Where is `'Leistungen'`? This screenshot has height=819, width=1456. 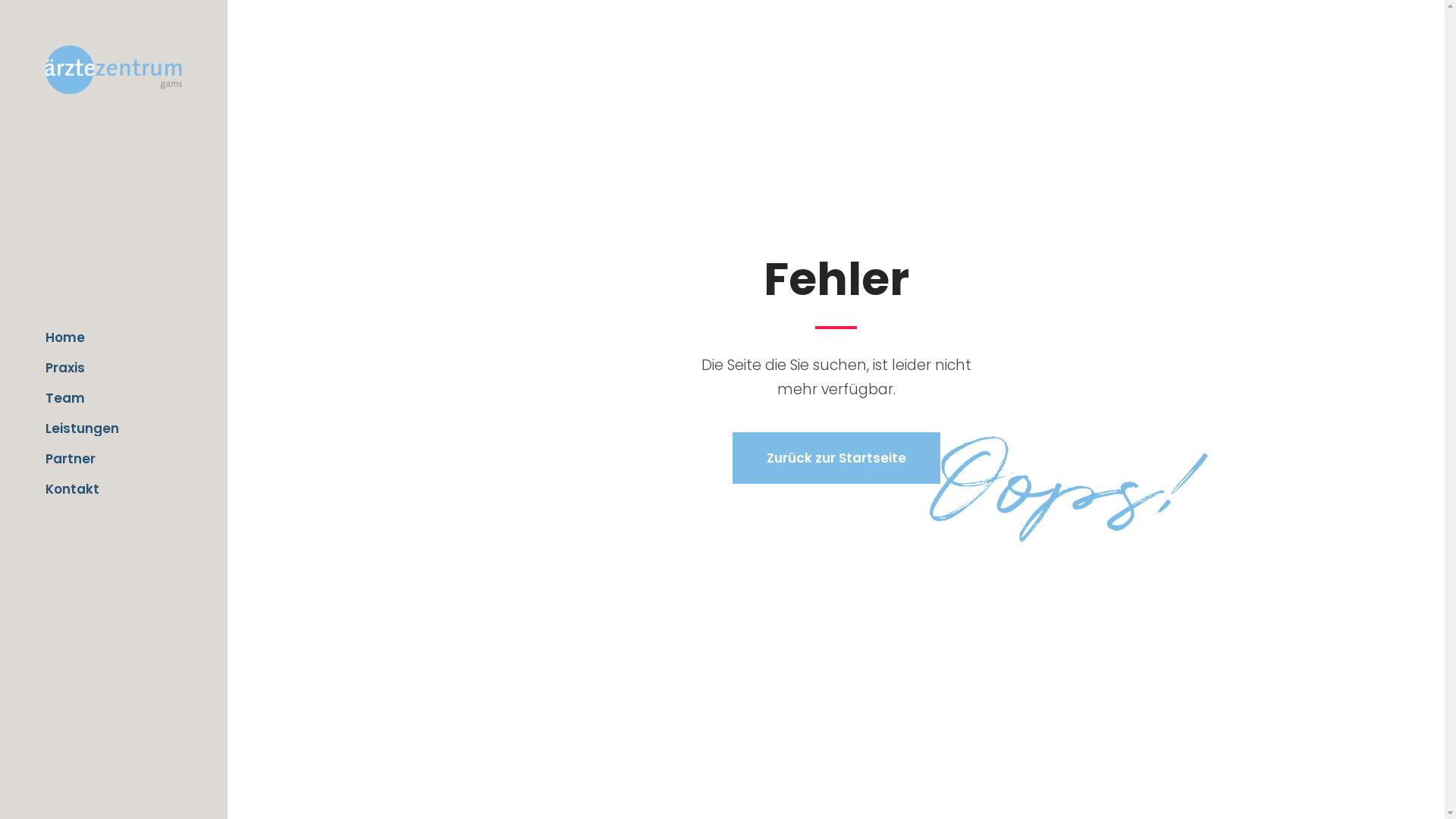
'Leistungen' is located at coordinates (112, 428).